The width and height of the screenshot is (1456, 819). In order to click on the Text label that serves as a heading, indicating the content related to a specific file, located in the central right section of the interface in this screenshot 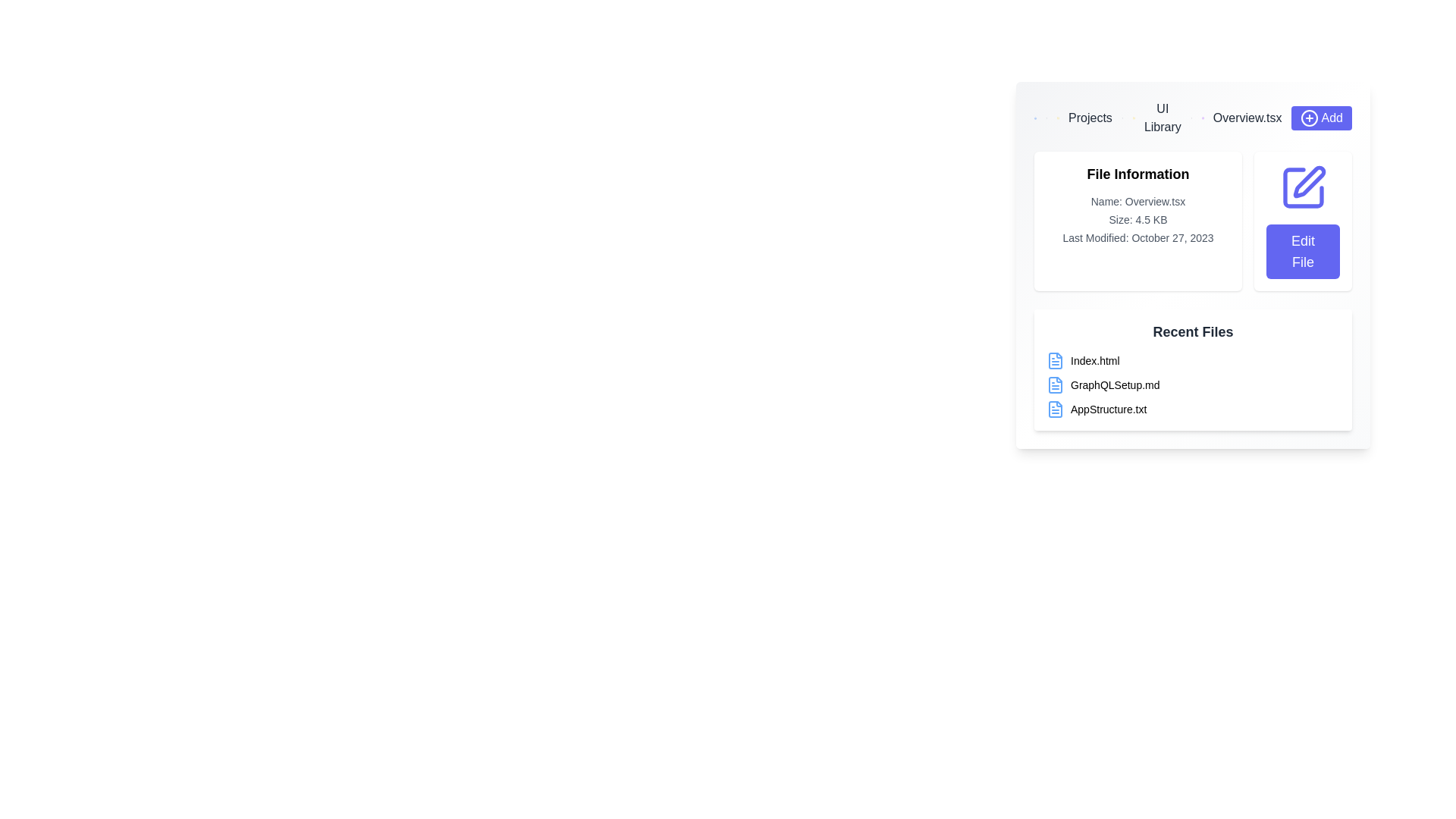, I will do `click(1138, 174)`.